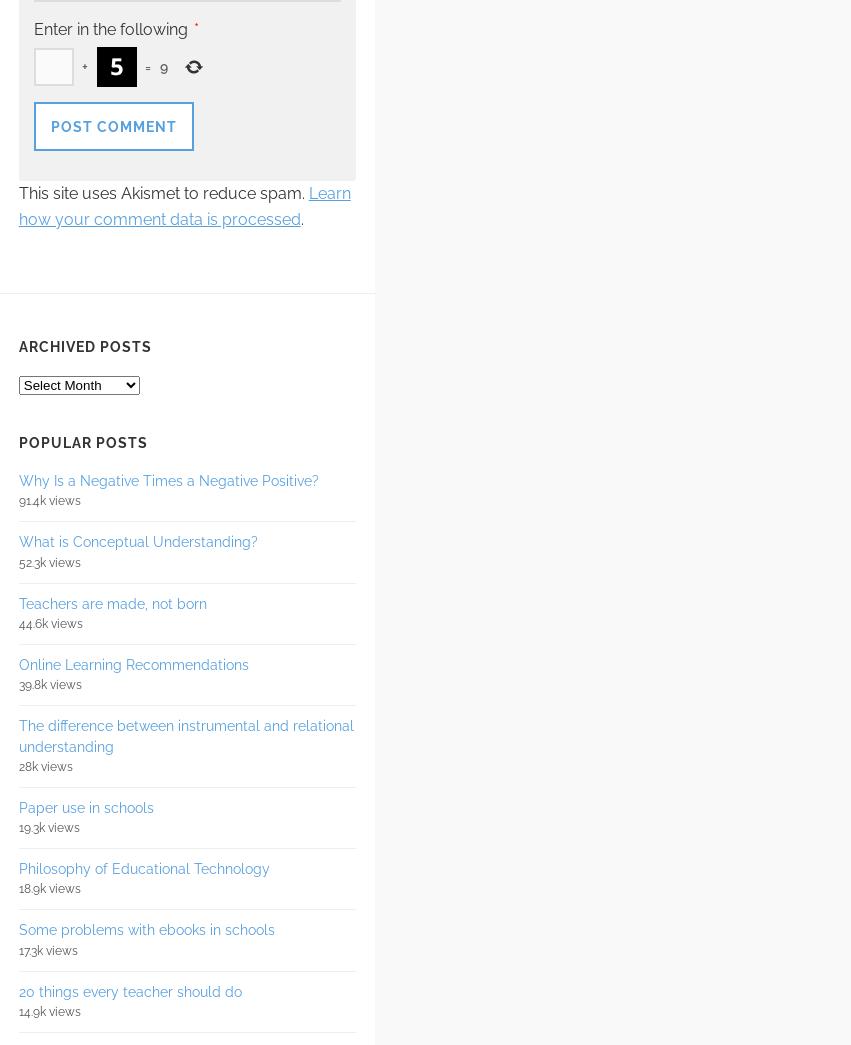 Image resolution: width=851 pixels, height=1045 pixels. What do you see at coordinates (47, 949) in the screenshot?
I see `'17.3k views'` at bounding box center [47, 949].